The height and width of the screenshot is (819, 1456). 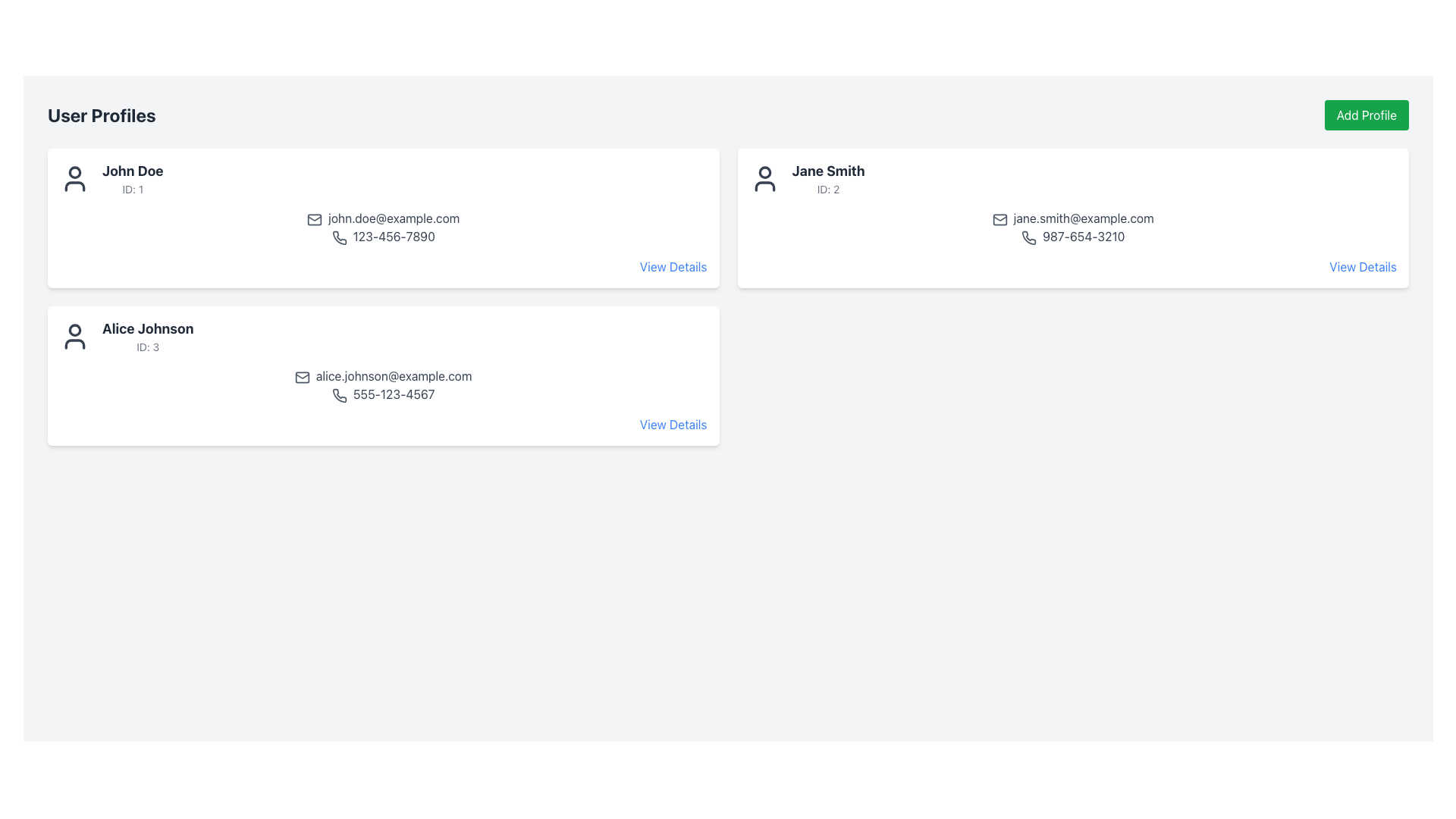 What do you see at coordinates (148, 328) in the screenshot?
I see `bold text label 'Alice Johnson' located at the top of the user profile card` at bounding box center [148, 328].